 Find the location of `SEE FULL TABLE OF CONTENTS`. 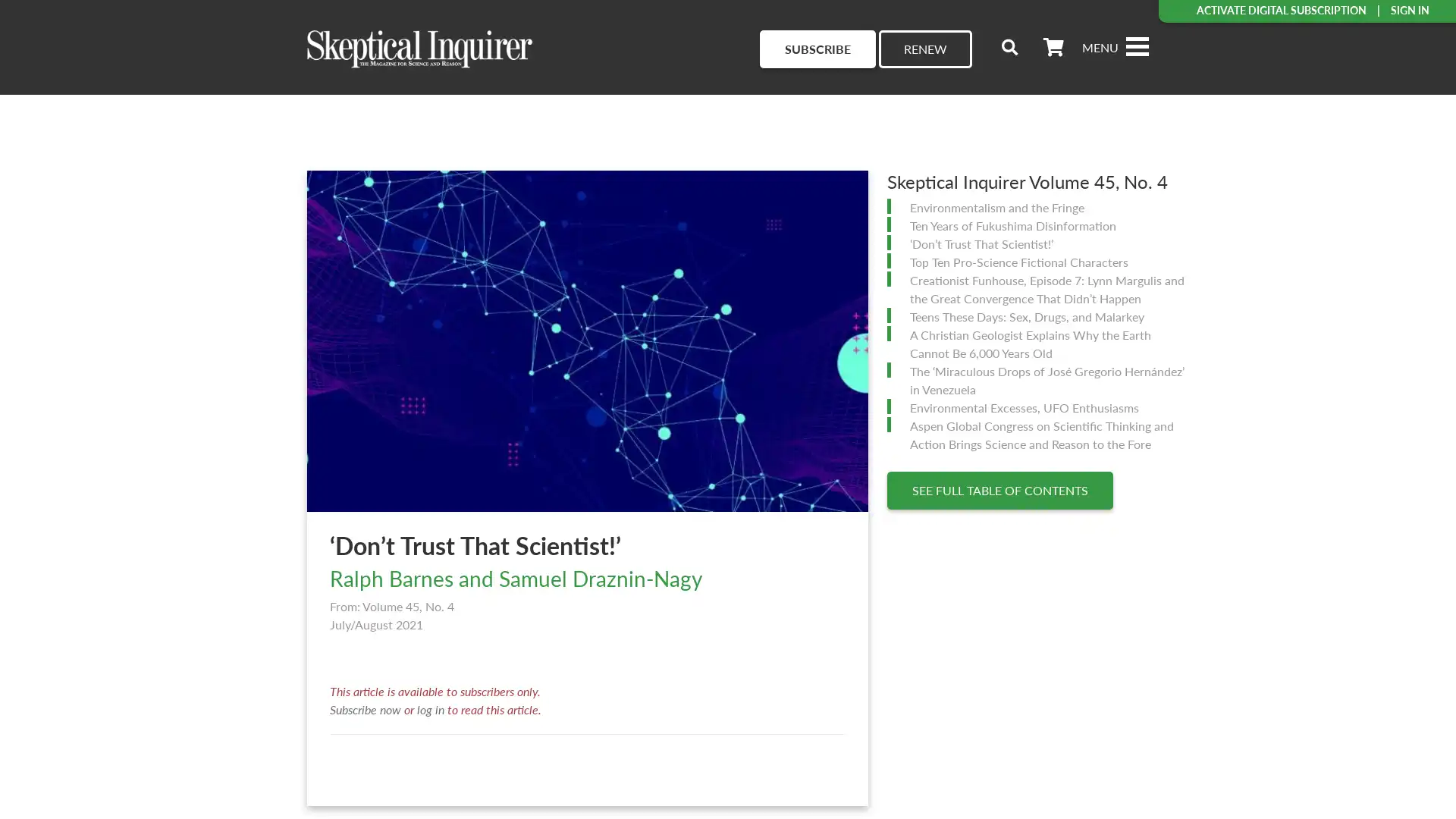

SEE FULL TABLE OF CONTENTS is located at coordinates (1000, 489).